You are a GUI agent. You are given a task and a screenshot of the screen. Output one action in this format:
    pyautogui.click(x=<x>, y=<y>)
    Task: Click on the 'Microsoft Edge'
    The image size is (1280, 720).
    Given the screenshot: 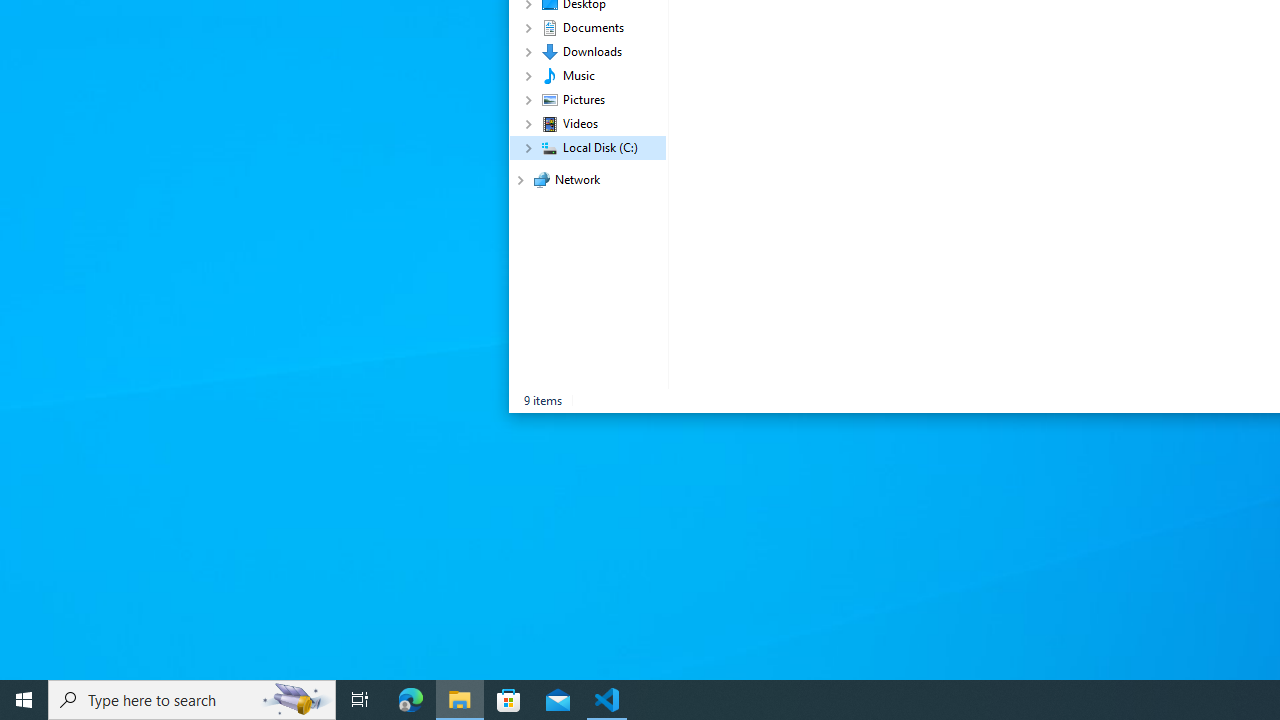 What is the action you would take?
    pyautogui.click(x=410, y=698)
    